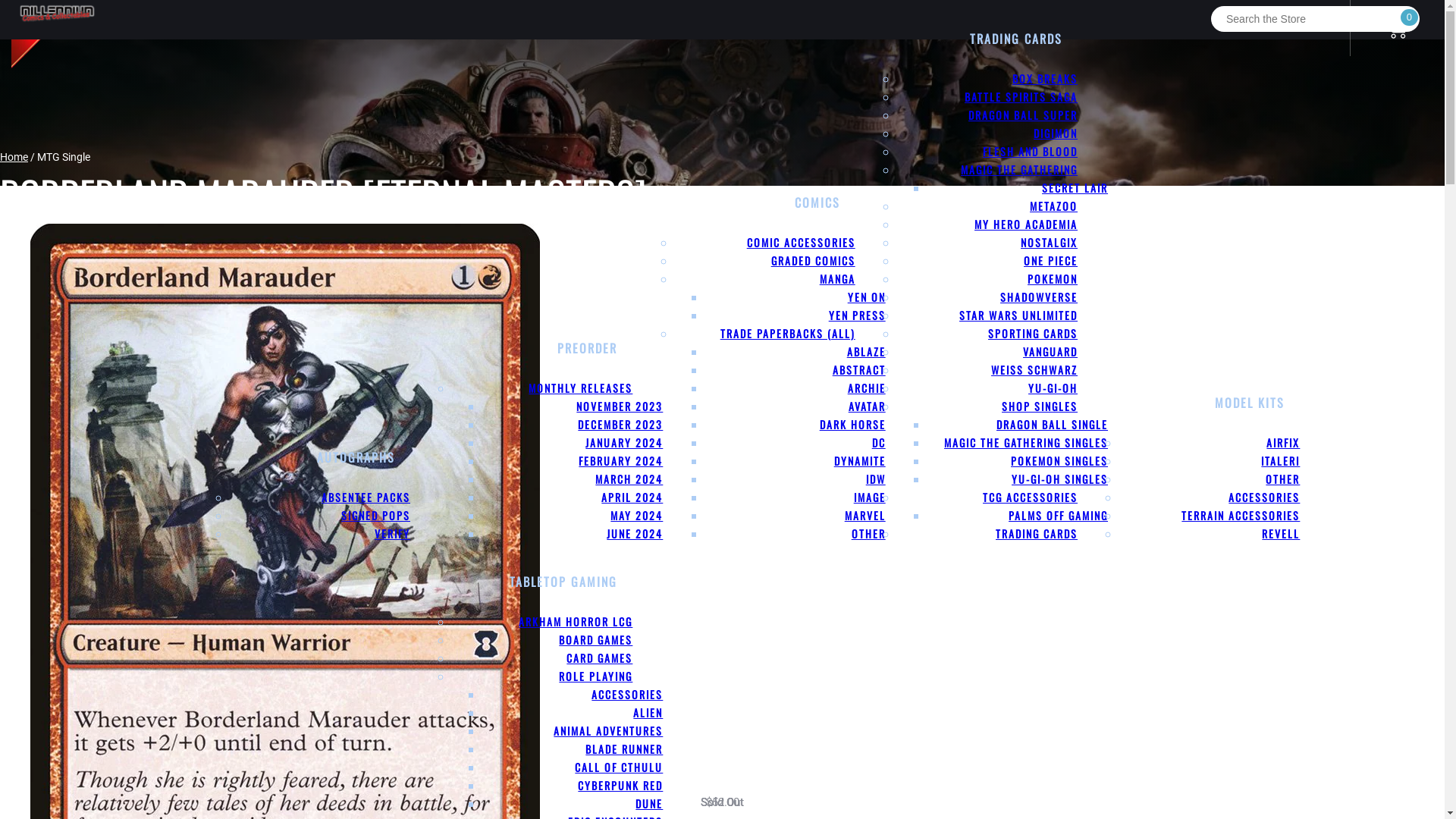  What do you see at coordinates (818, 424) in the screenshot?
I see `'DARK HORSE'` at bounding box center [818, 424].